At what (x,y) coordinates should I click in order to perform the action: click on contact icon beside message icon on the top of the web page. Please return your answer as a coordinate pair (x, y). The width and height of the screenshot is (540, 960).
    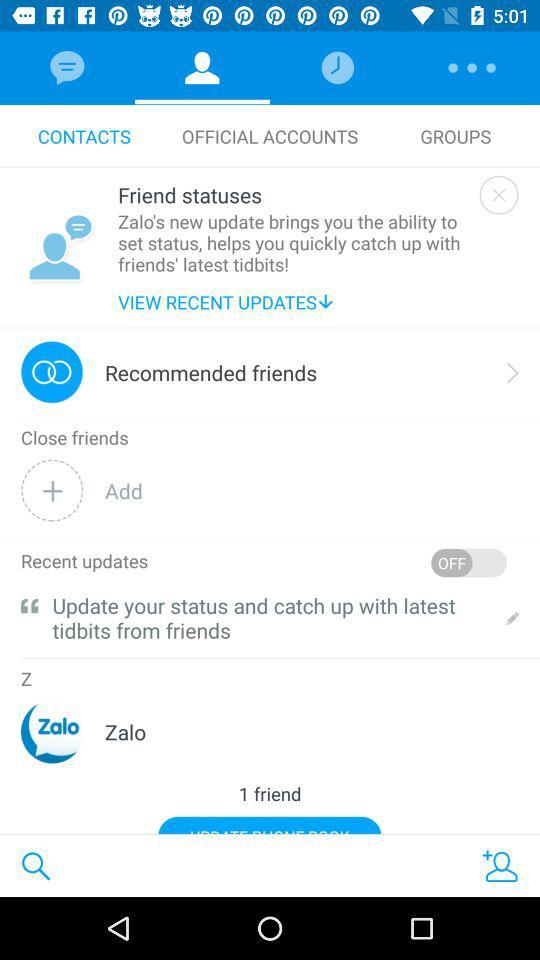
    Looking at the image, I should click on (202, 68).